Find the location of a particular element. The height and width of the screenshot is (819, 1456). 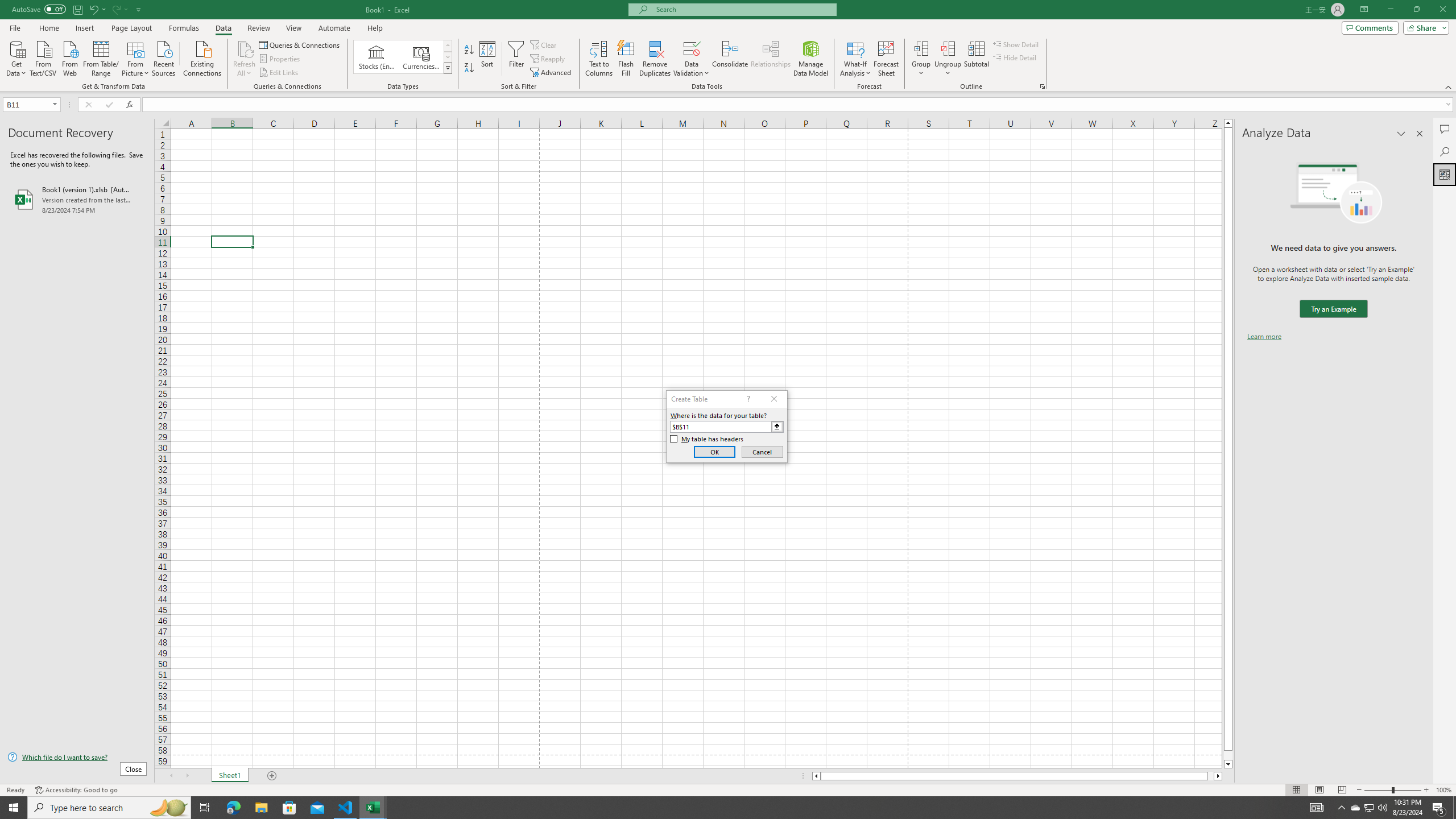

'Consolidate...' is located at coordinates (730, 59).